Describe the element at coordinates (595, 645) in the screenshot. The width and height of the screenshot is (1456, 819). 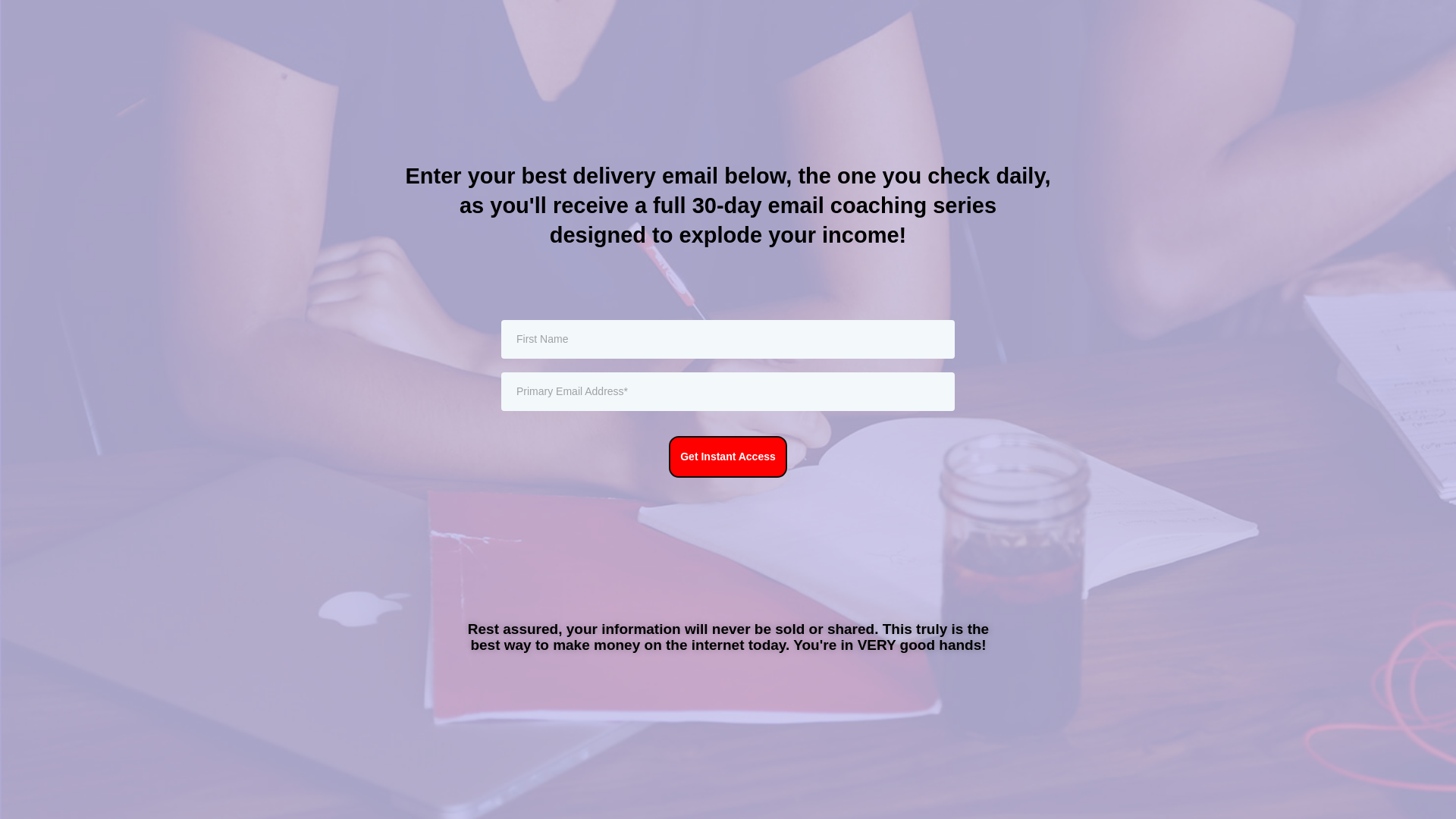
I see `'make money'` at that location.